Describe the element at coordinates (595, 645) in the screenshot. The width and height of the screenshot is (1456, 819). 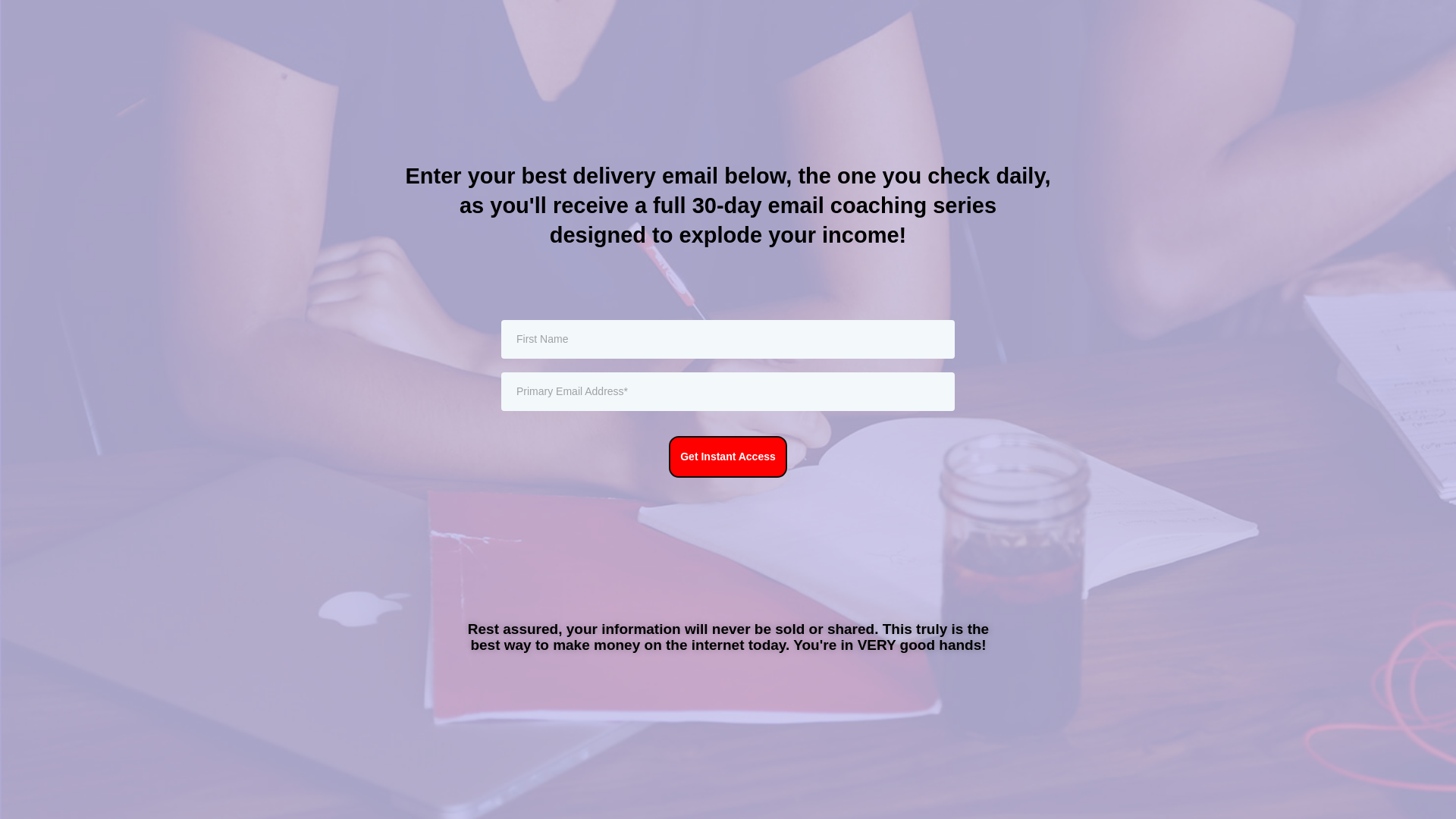
I see `'make money'` at that location.